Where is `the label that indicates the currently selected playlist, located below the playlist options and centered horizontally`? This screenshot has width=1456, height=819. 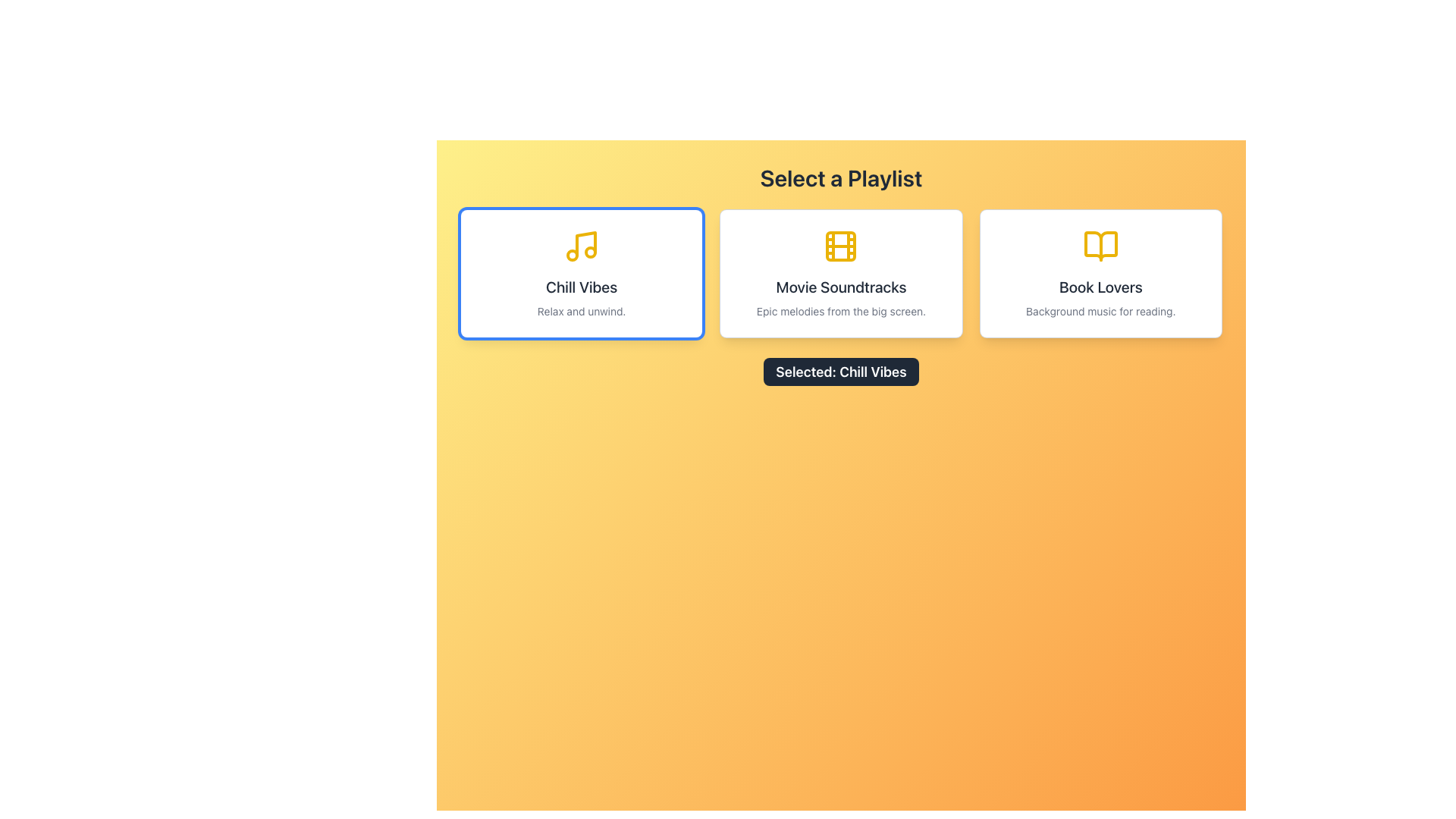
the label that indicates the currently selected playlist, located below the playlist options and centered horizontally is located at coordinates (840, 372).